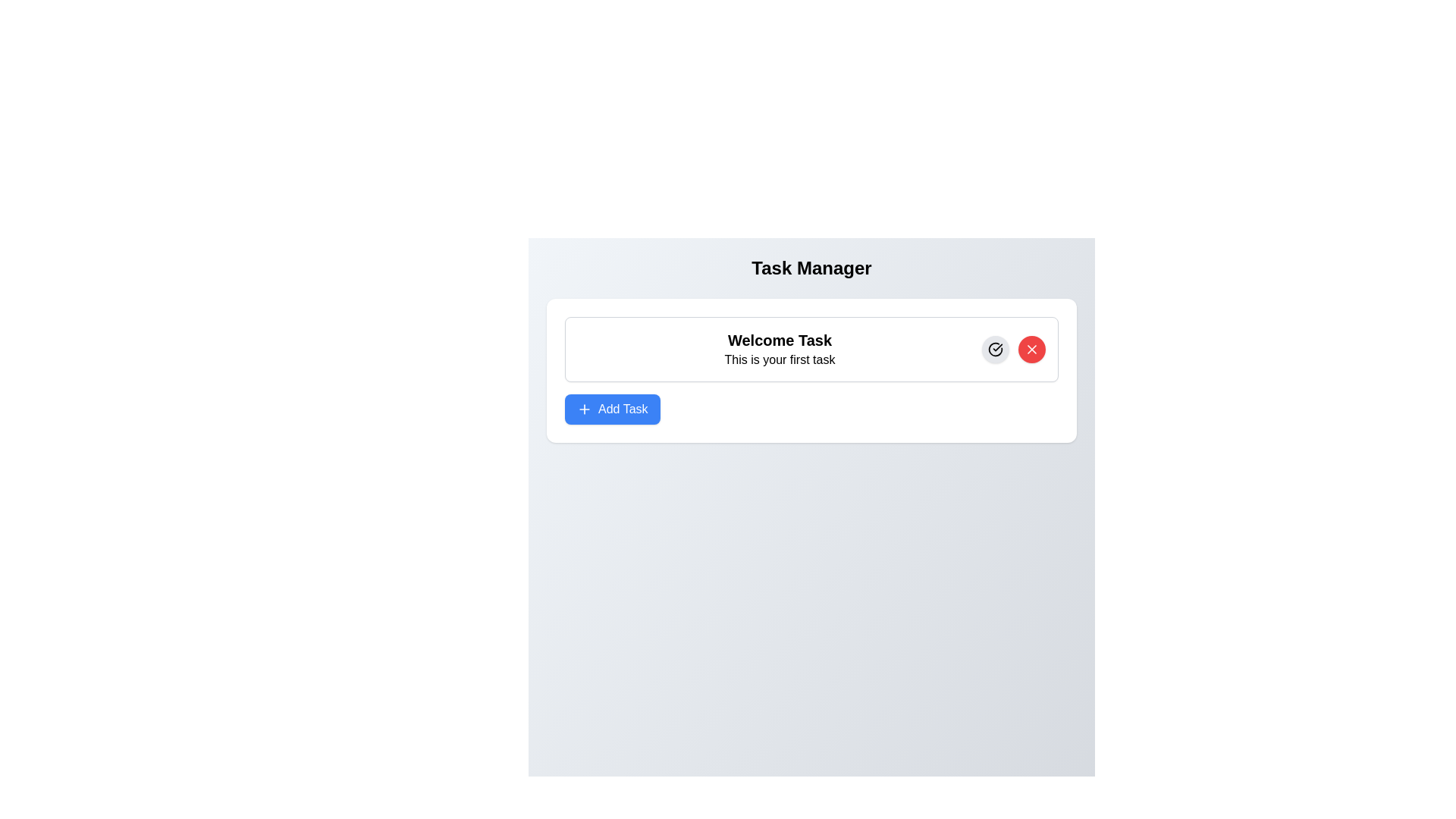 Image resolution: width=1456 pixels, height=819 pixels. What do you see at coordinates (780, 339) in the screenshot?
I see `the Text Label that serves as a header for the task, positioned at the top of the central panel below the title 'Task Manager'` at bounding box center [780, 339].